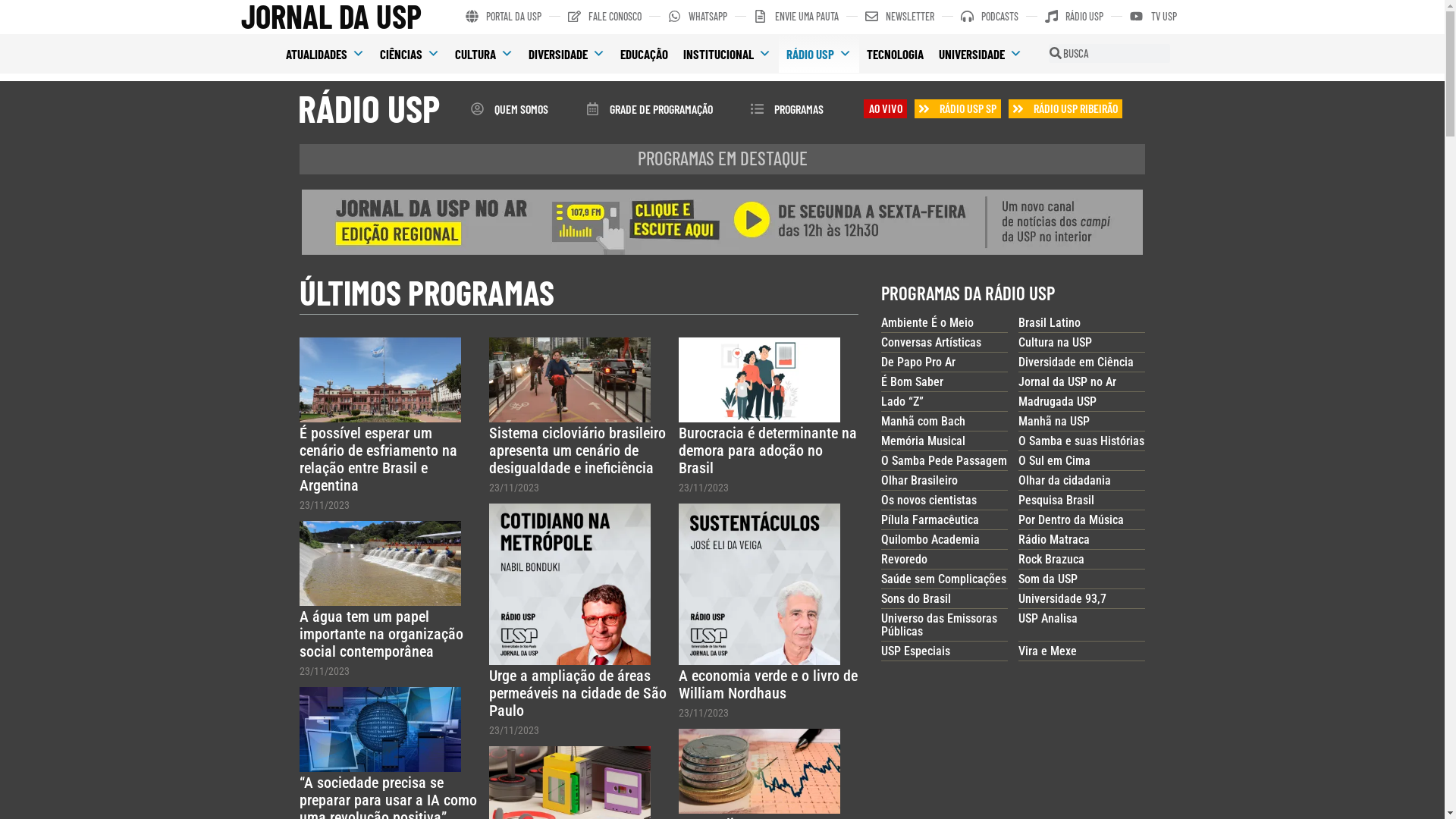 The width and height of the screenshot is (1456, 819). Describe the element at coordinates (566, 52) in the screenshot. I see `'DIVERSIDADE'` at that location.